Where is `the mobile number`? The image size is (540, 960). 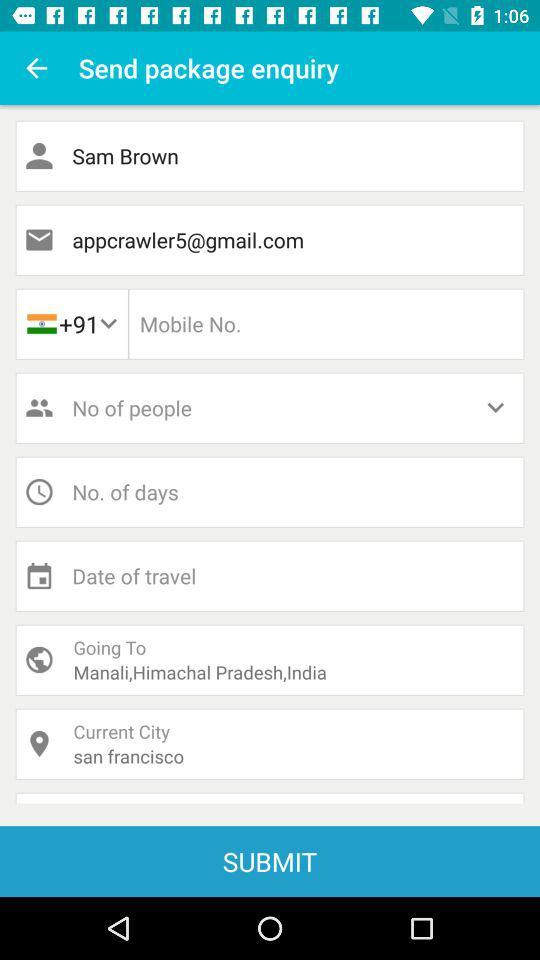 the mobile number is located at coordinates (326, 324).